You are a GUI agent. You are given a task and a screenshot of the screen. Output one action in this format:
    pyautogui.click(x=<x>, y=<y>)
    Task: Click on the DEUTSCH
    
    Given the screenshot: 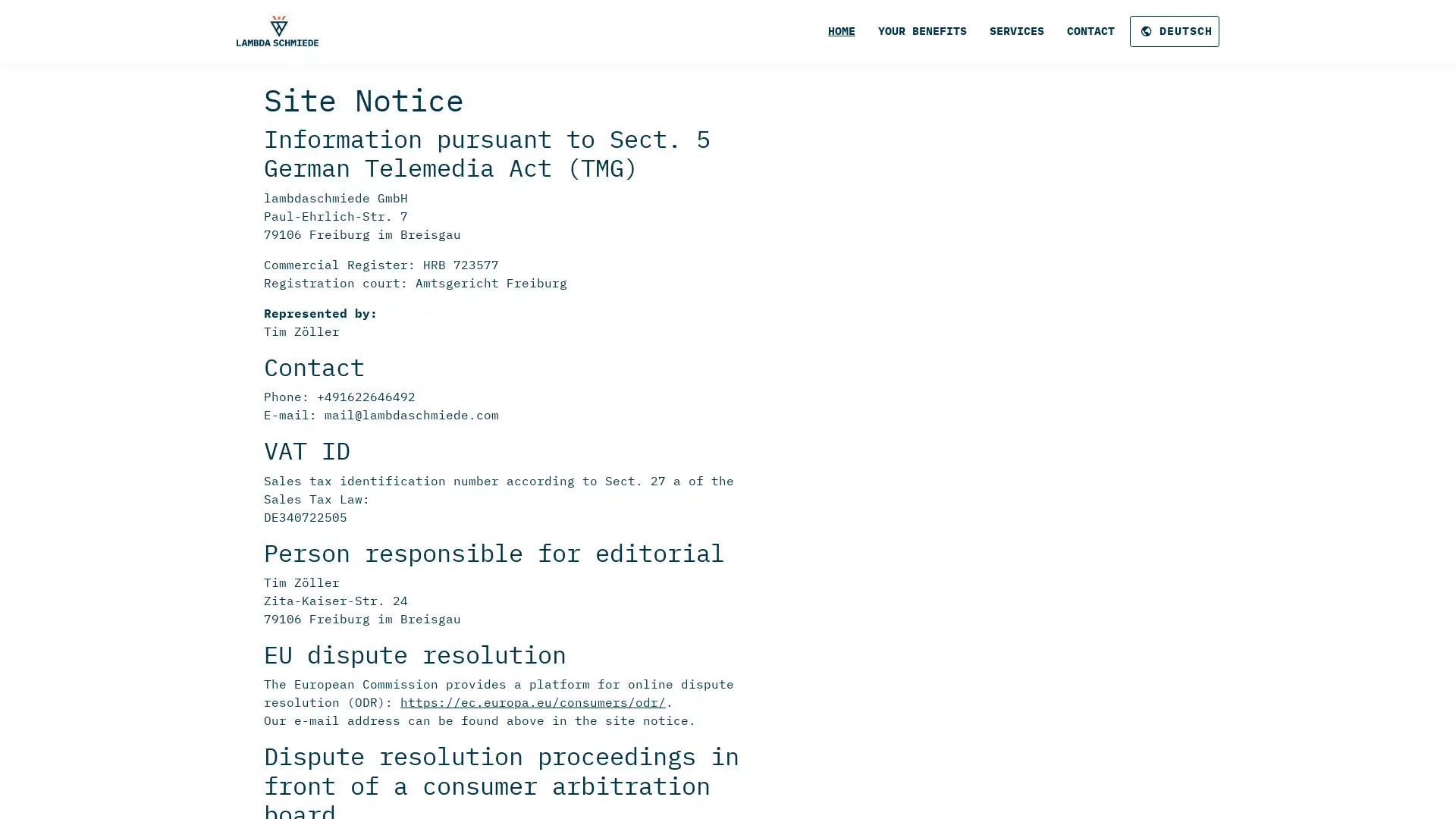 What is the action you would take?
    pyautogui.click(x=1174, y=31)
    